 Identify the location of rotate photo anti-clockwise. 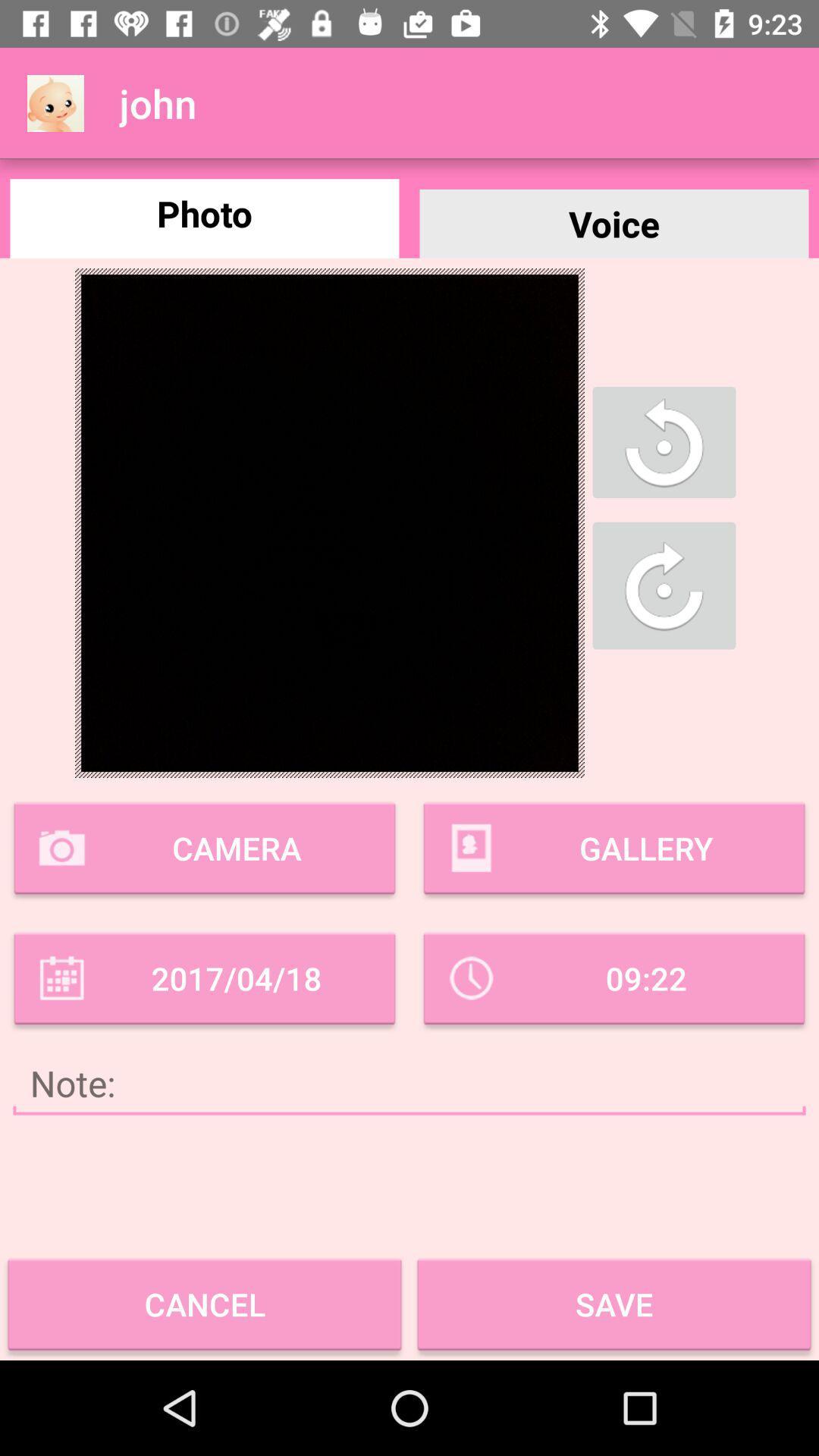
(663, 441).